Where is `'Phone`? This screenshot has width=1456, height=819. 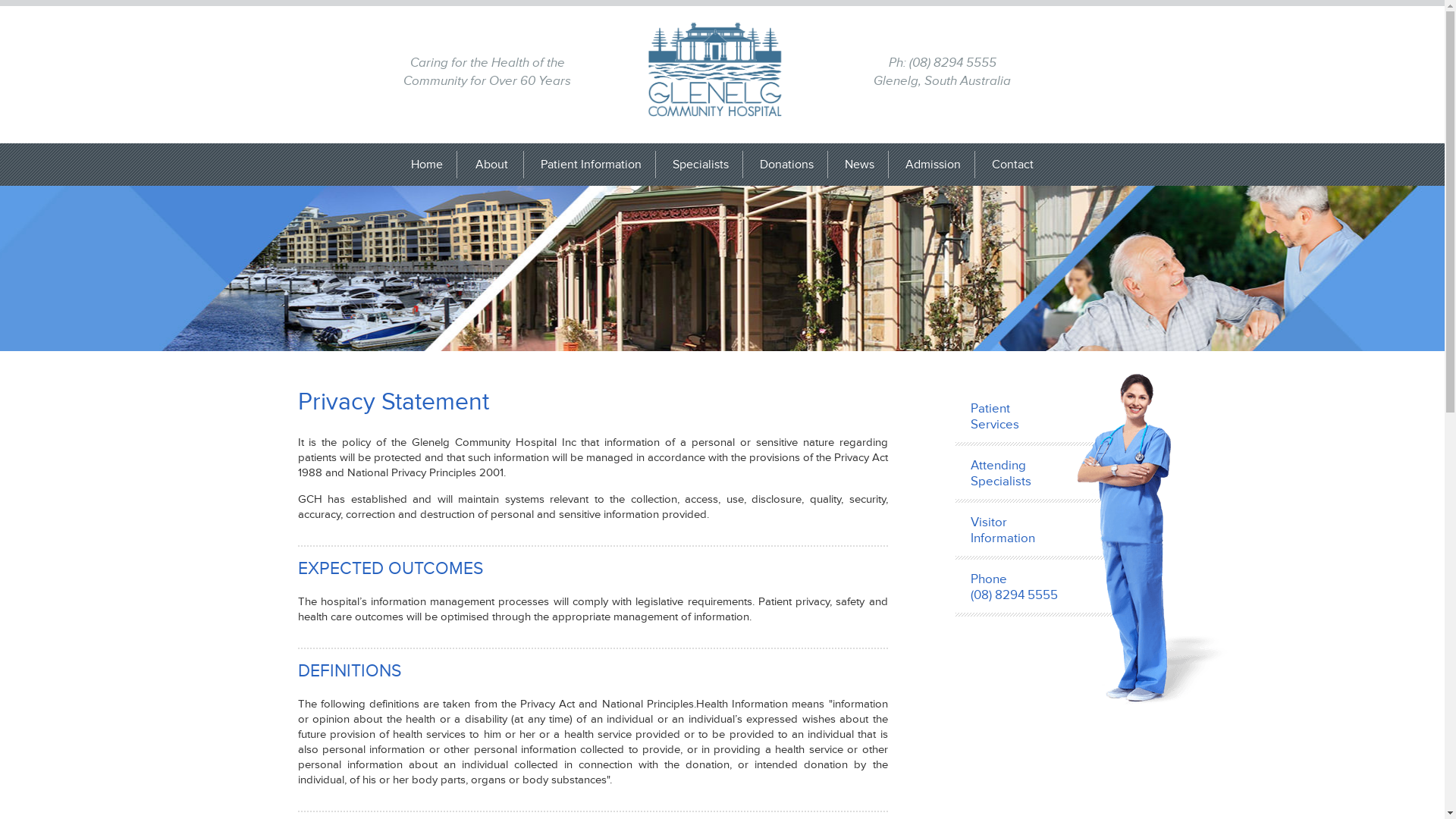
'Phone is located at coordinates (1054, 587).